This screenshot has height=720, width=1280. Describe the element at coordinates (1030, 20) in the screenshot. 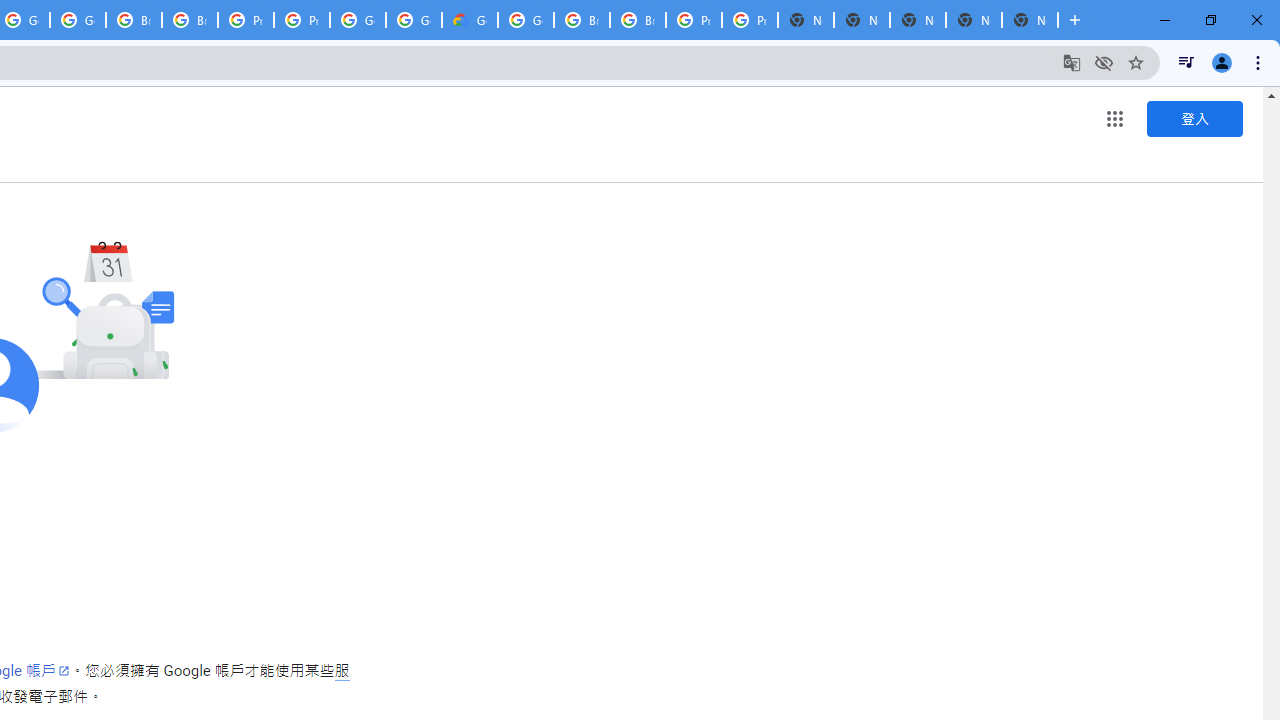

I see `'New Tab'` at that location.